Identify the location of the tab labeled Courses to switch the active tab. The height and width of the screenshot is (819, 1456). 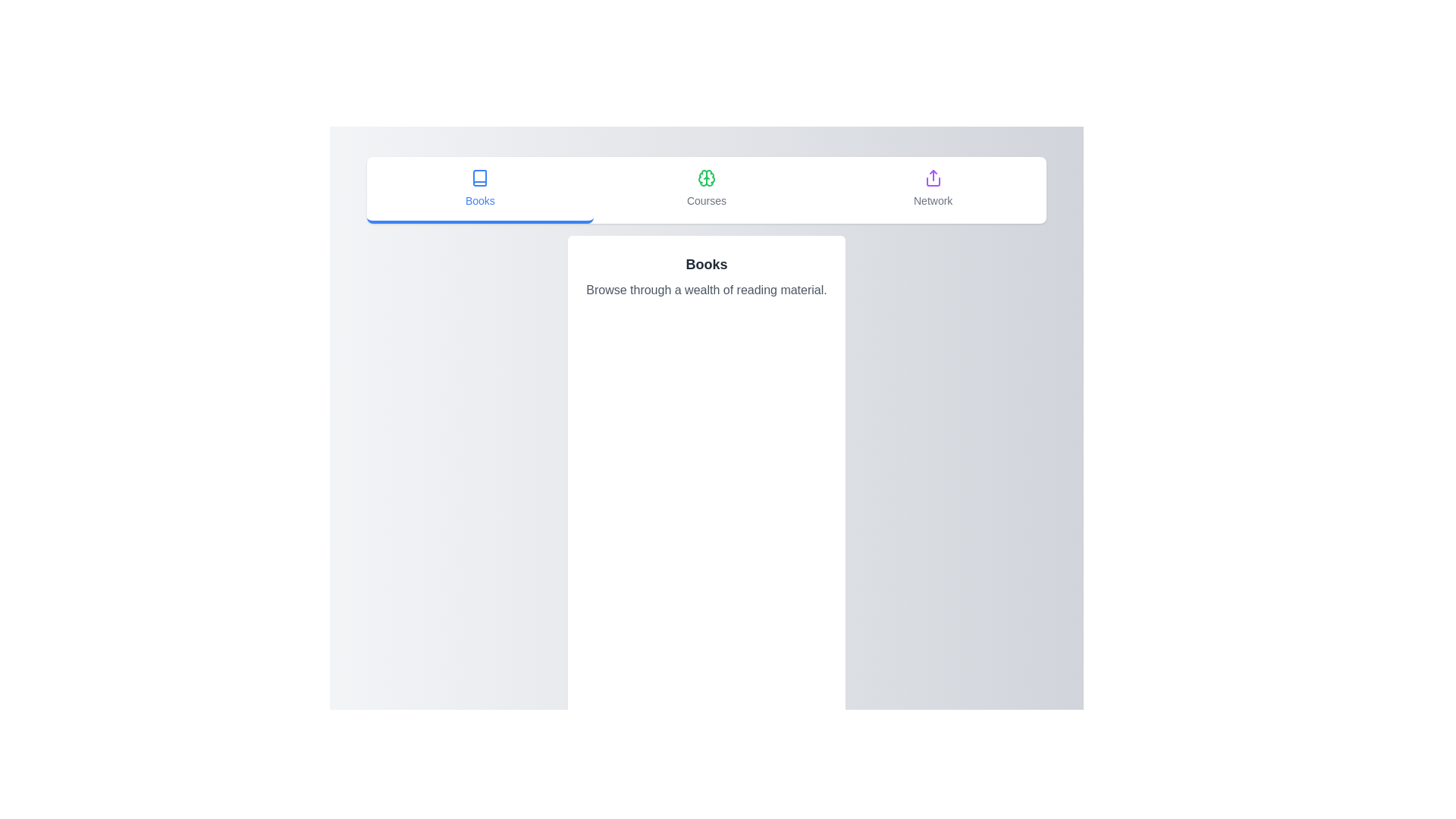
(705, 189).